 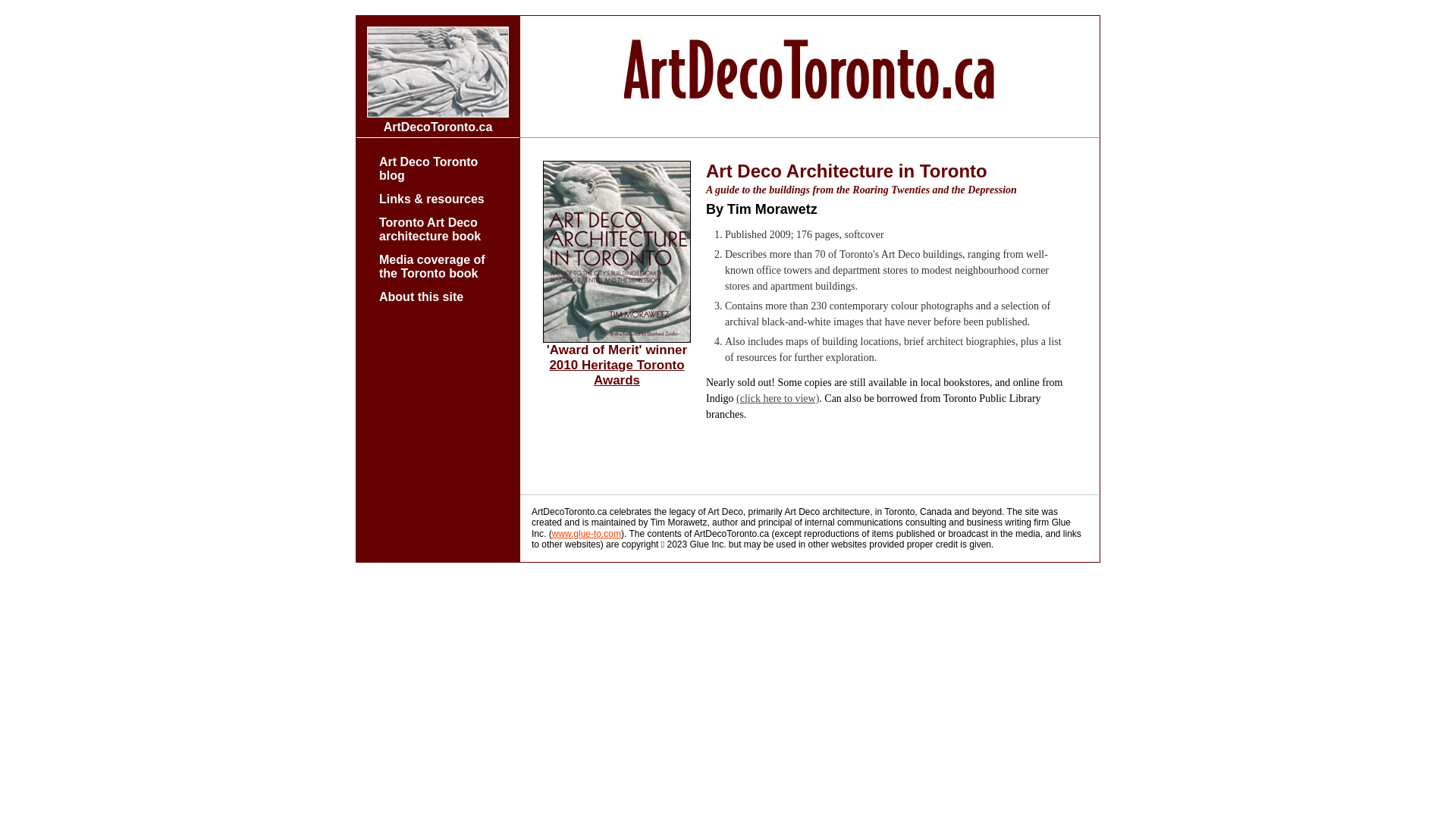 What do you see at coordinates (378, 167) in the screenshot?
I see `'Art Deco Toronto` at bounding box center [378, 167].